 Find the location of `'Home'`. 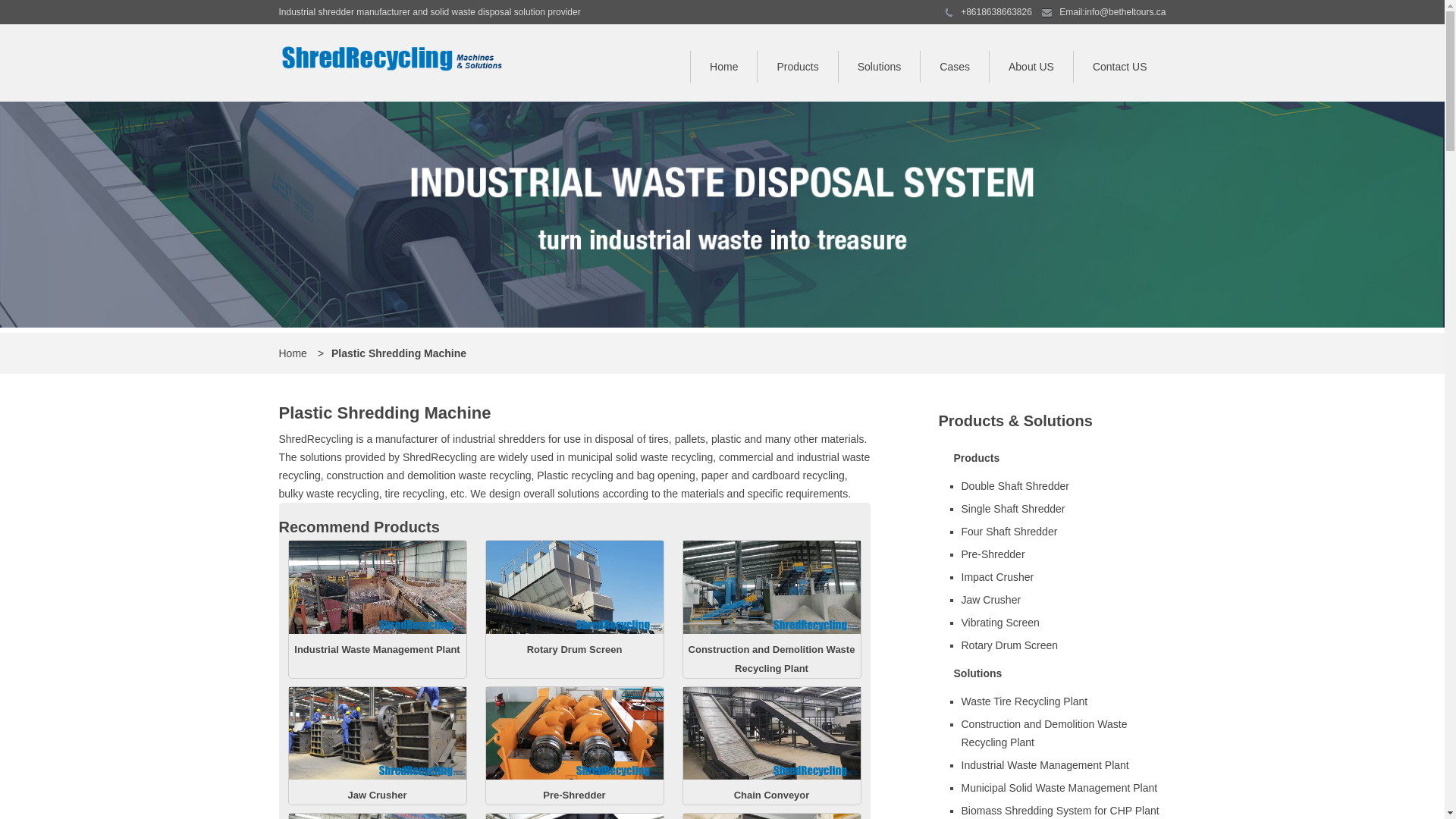

'Home' is located at coordinates (293, 353).